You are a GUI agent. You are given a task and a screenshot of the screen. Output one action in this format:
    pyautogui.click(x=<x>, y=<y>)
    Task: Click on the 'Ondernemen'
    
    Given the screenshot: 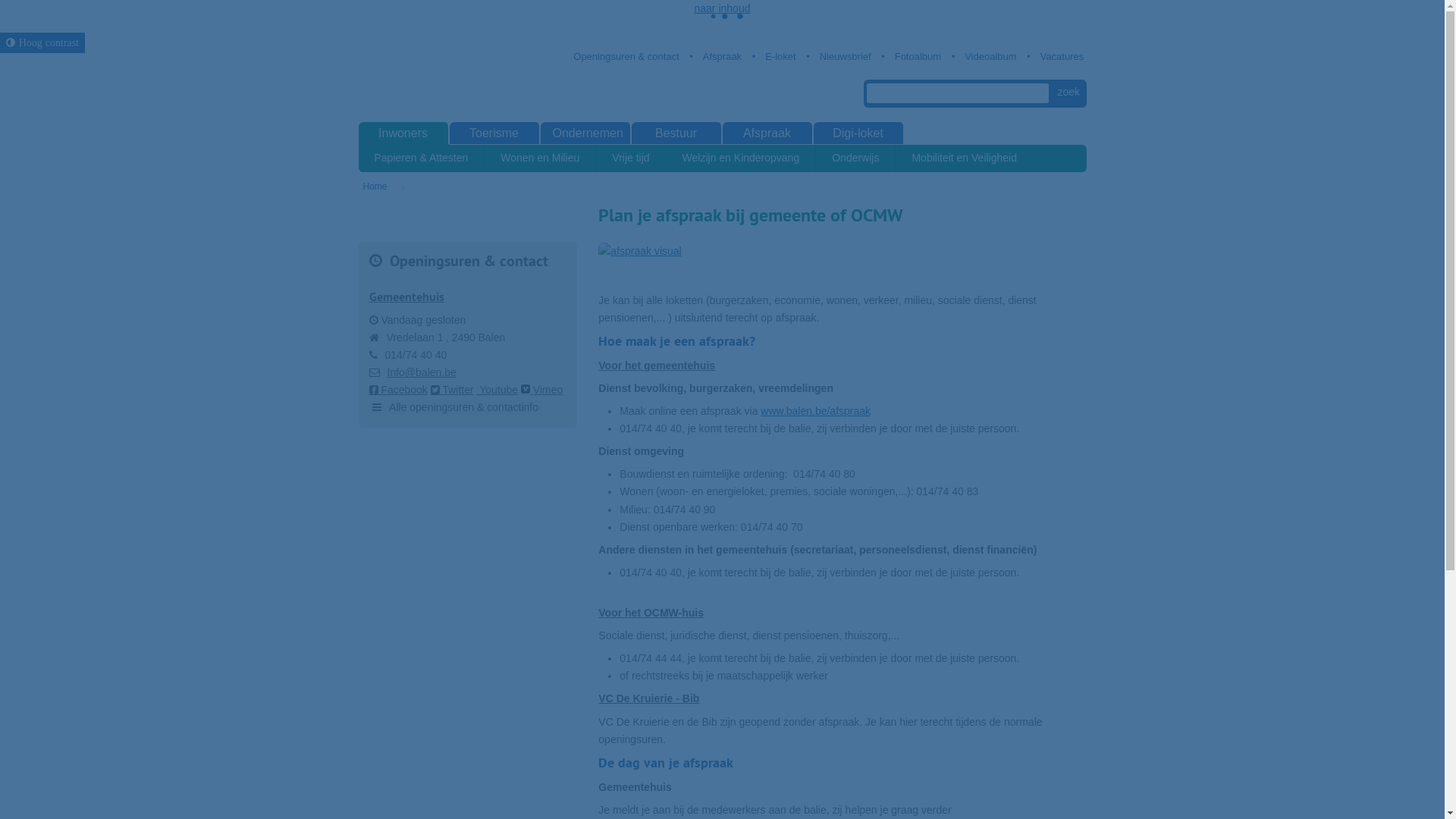 What is the action you would take?
    pyautogui.click(x=585, y=133)
    